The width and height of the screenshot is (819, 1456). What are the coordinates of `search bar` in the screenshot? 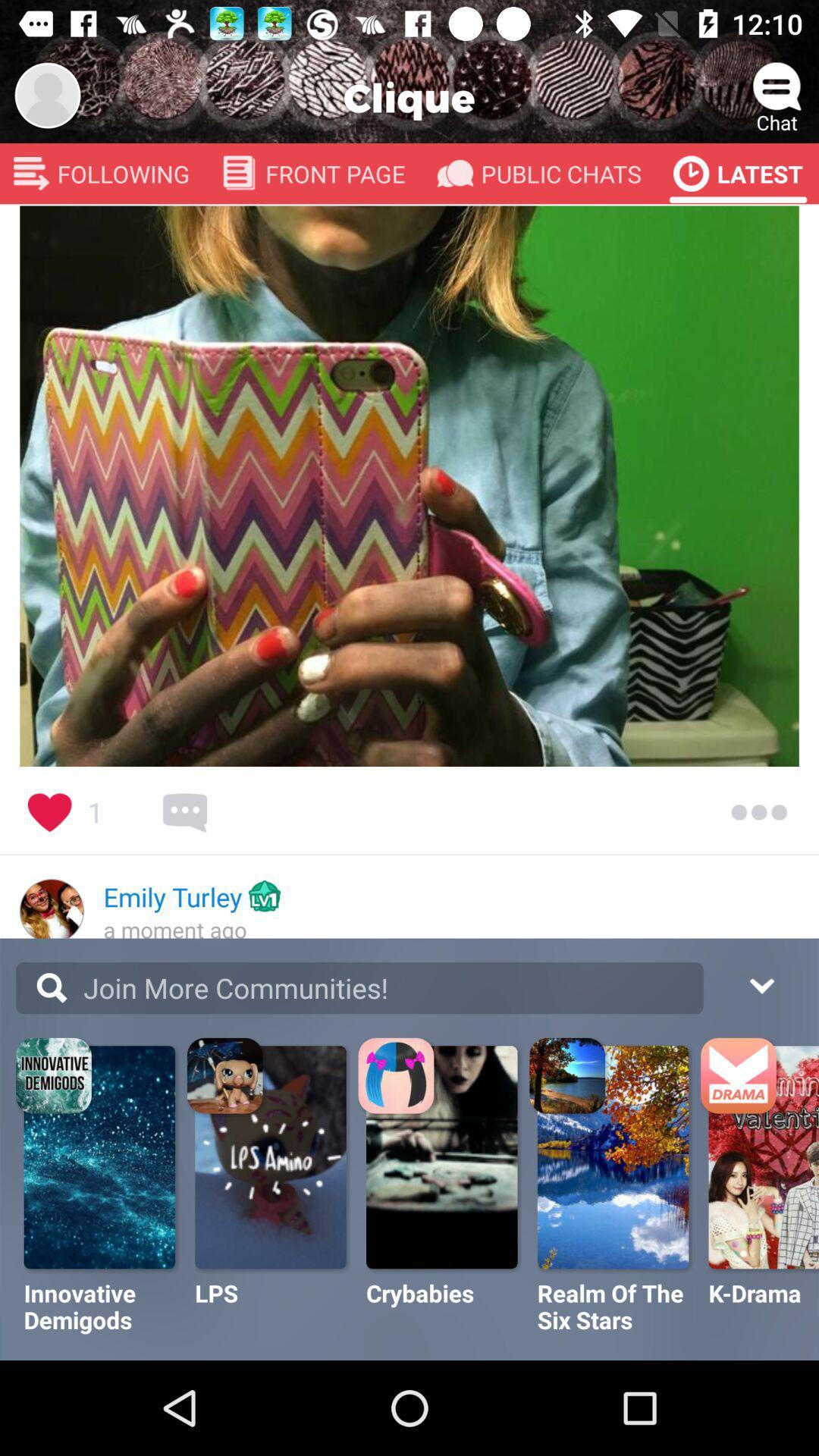 It's located at (359, 988).